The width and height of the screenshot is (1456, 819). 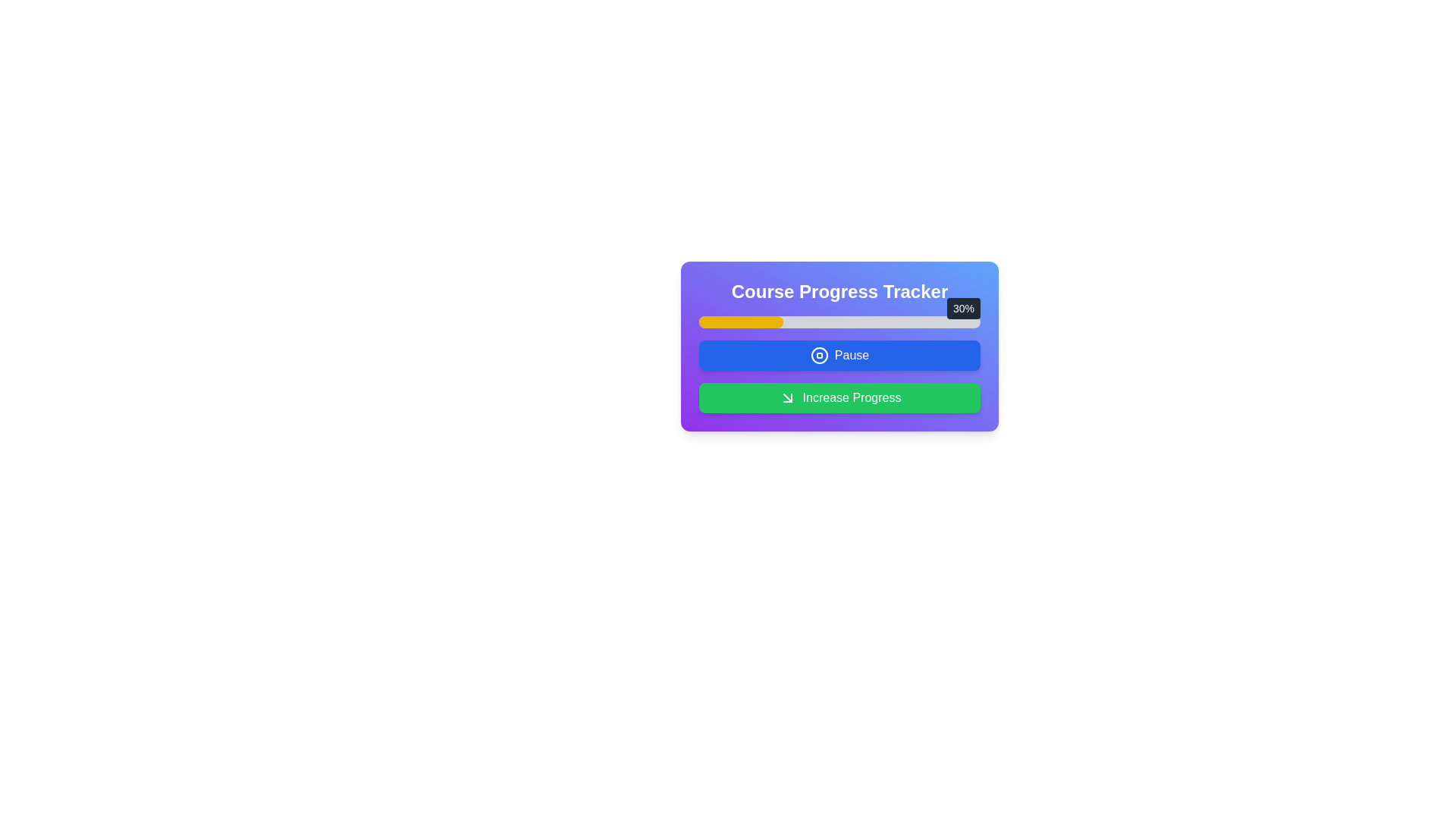 I want to click on the progress bar section indicating 30% progress, located at the top of the interface, to visually communicate the current progress level, so click(x=741, y=321).